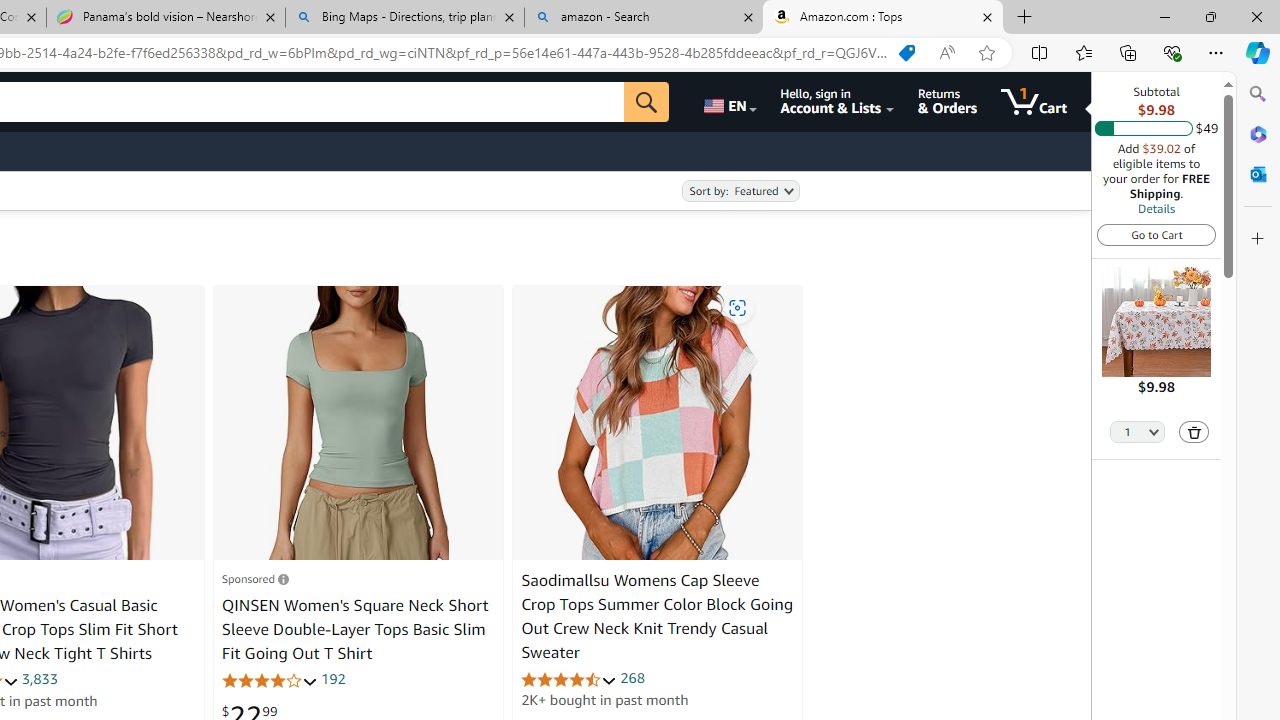  Describe the element at coordinates (39, 677) in the screenshot. I see `'3,833'` at that location.